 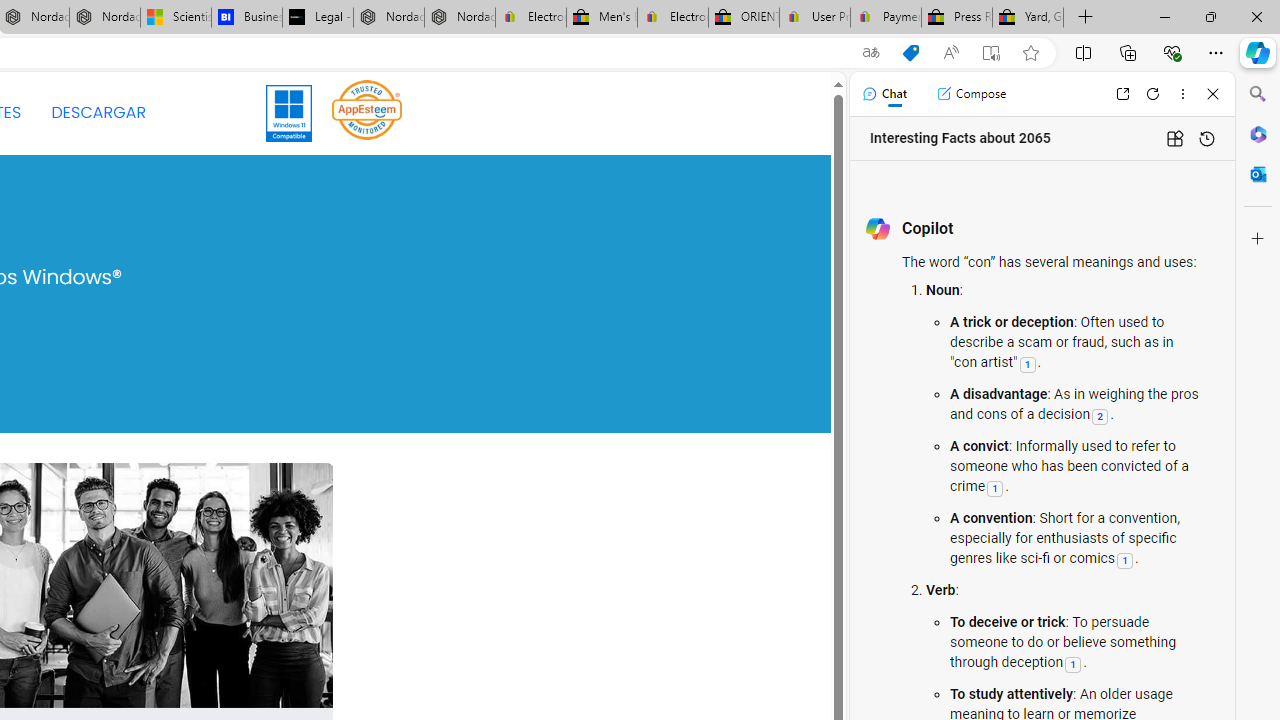 I want to click on 'DESCARGAR', so click(x=97, y=113).